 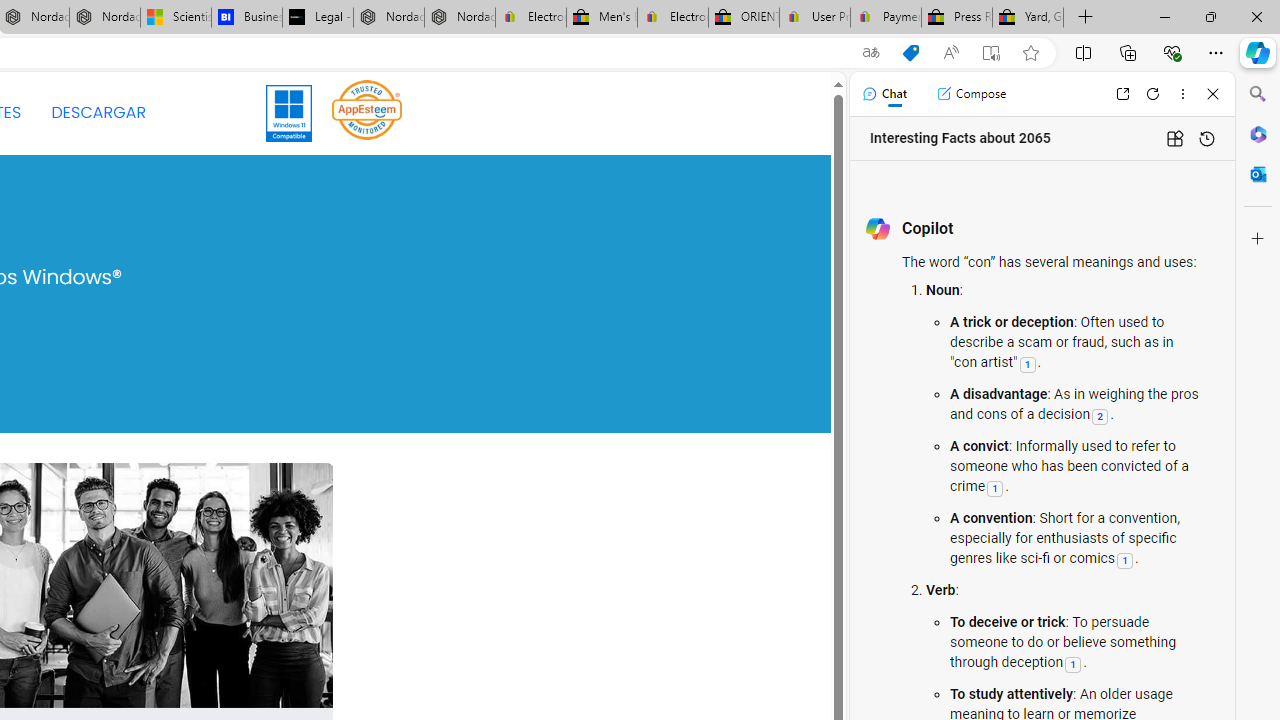 I want to click on 'DESCARGAR', so click(x=97, y=113).